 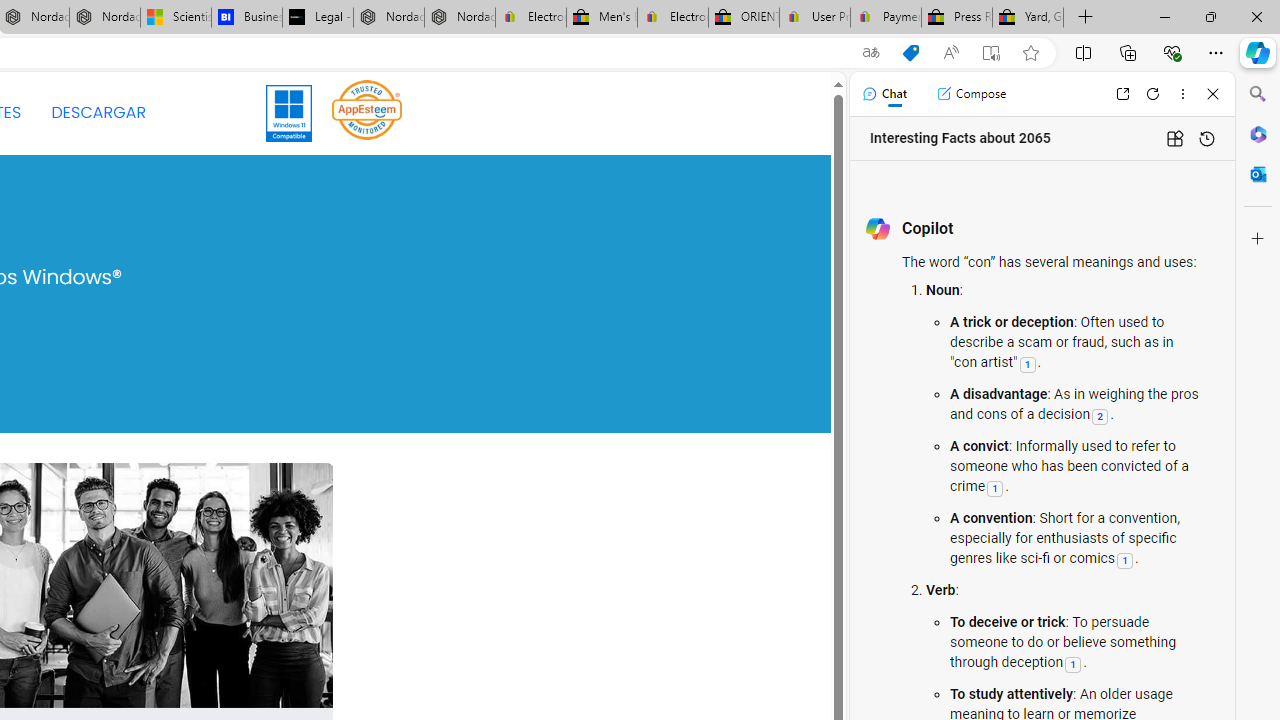 I want to click on 'DESCARGAR', so click(x=97, y=113).